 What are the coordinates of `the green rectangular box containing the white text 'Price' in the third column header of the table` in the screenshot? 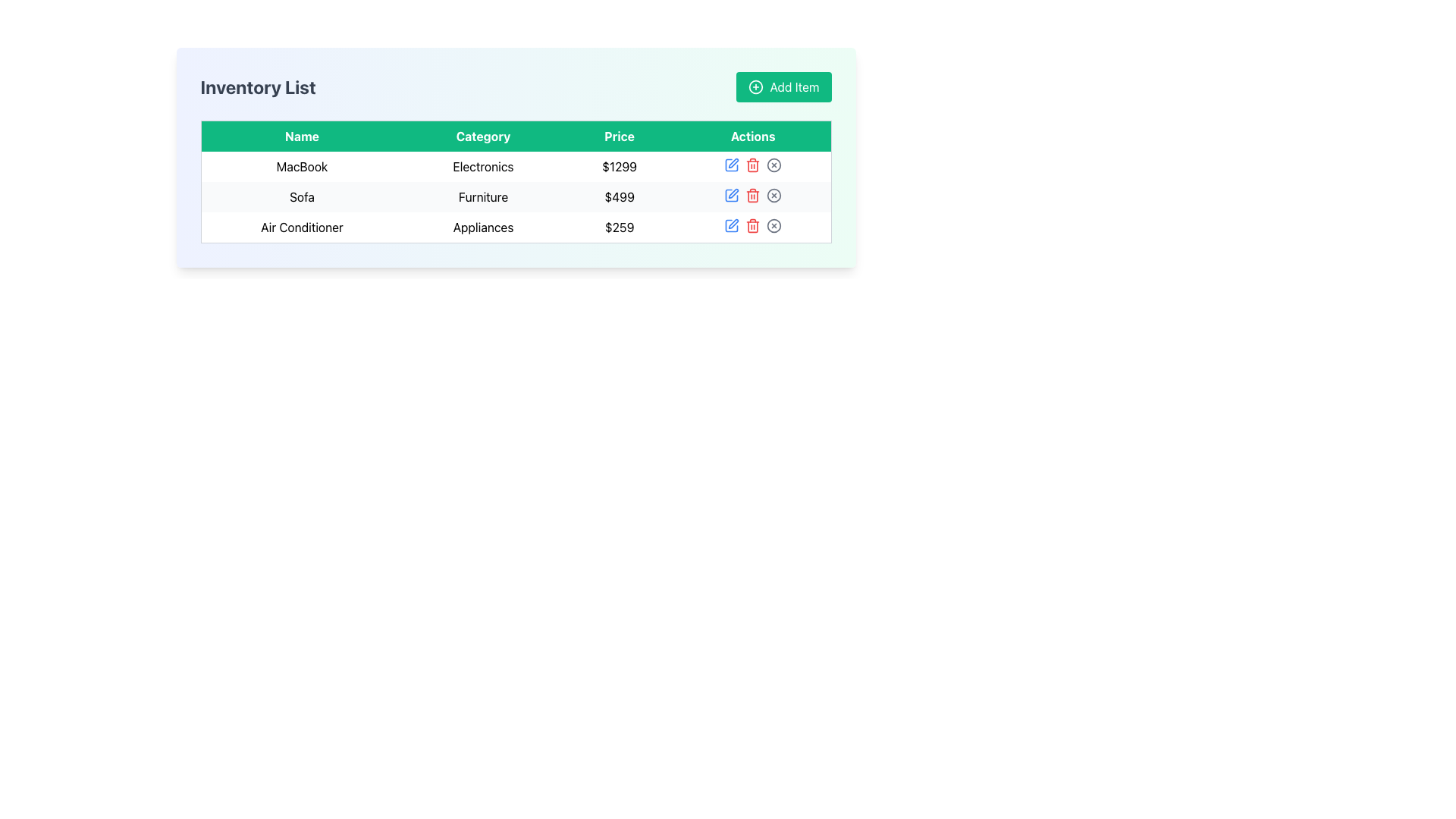 It's located at (620, 135).